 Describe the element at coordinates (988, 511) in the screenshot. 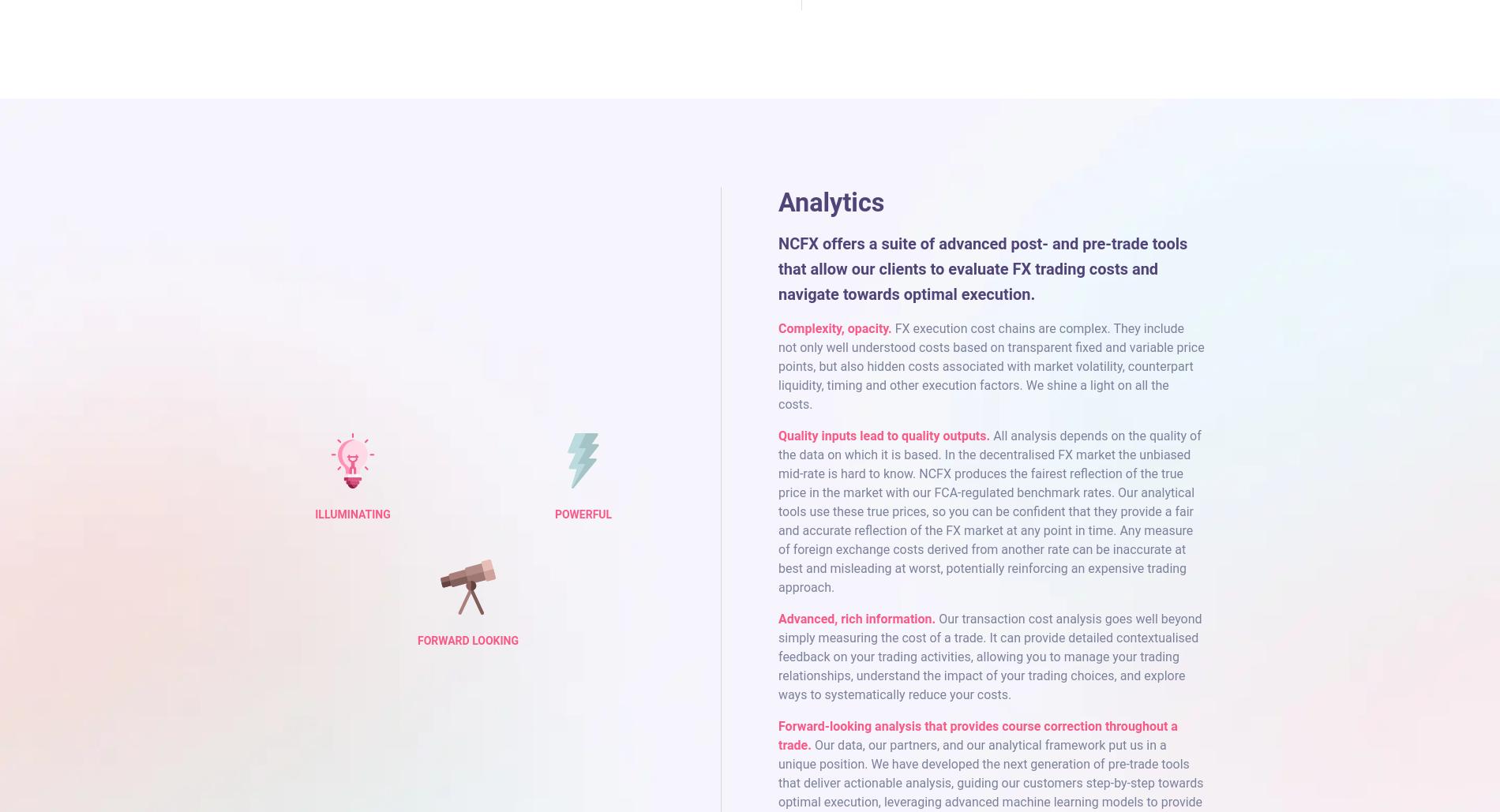

I see `'All analysis depends on the quality of the data on which it is based. In the decentralised FX market the unbiased mid-rate is hard to know. NCFX produces the fairest reflection of the true price in the market with our FCA-regulated benchmark rates. Our analytical tools use these true prices, so you can be confident that they provide a fair and accurate reflection of the FX market at any point in time. Any measure of foreign exchange costs derived from another rate can be inaccurate at best and misleading at worst, potentially reinforcing an expensive trading approach.'` at that location.